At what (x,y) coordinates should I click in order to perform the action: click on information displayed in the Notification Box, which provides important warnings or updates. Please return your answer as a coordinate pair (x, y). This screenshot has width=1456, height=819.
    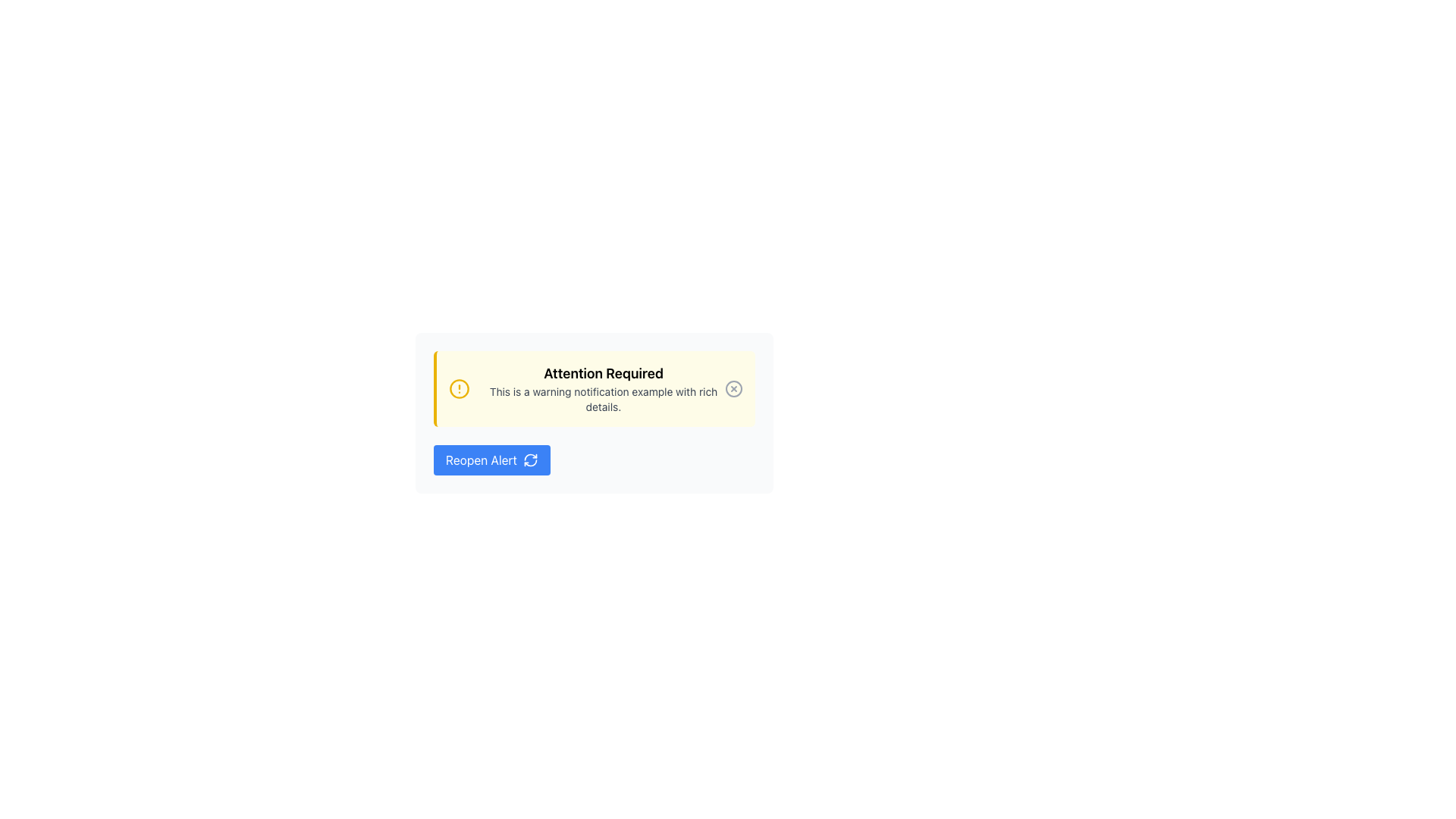
    Looking at the image, I should click on (593, 388).